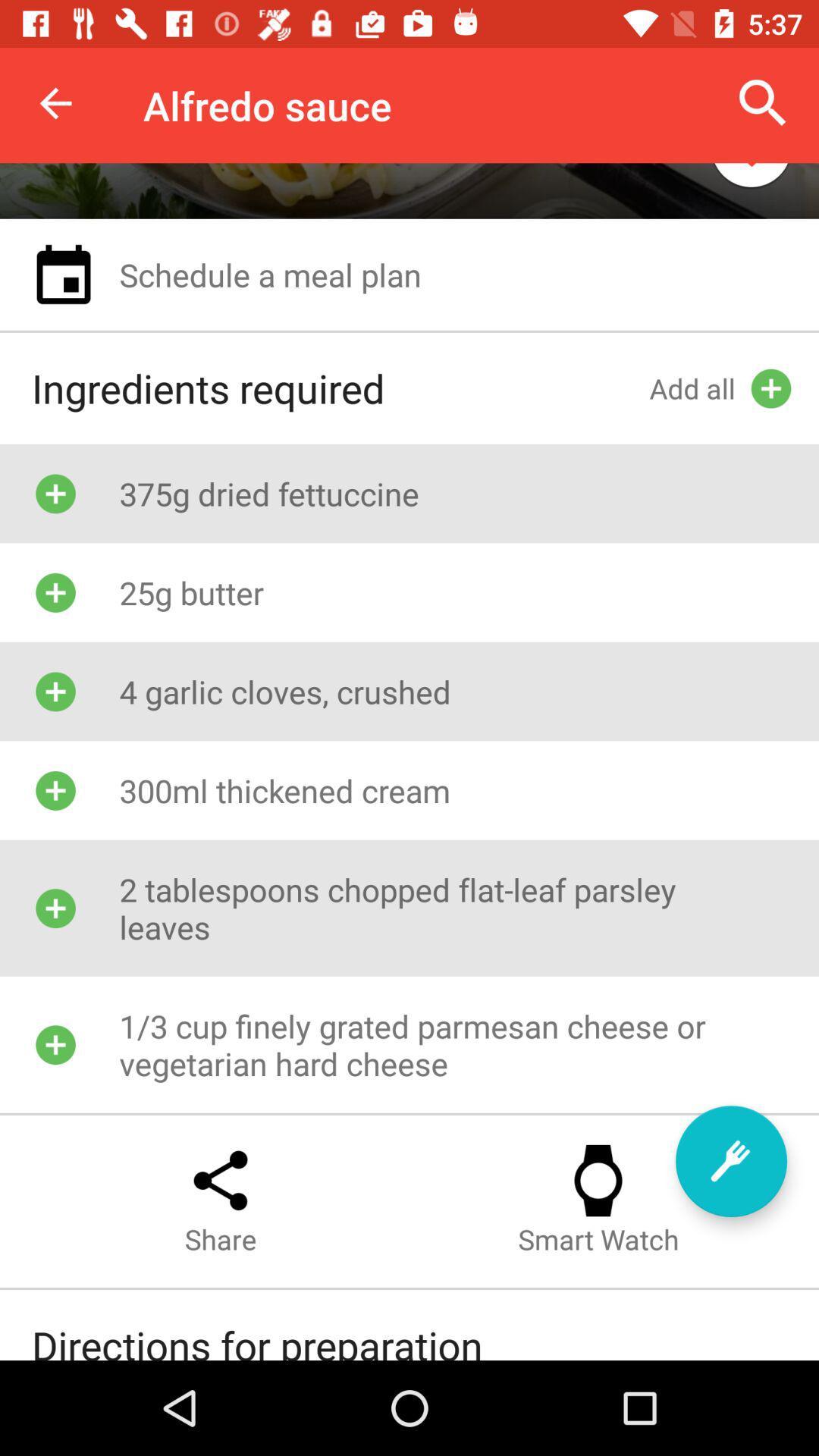 The width and height of the screenshot is (819, 1456). What do you see at coordinates (730, 1160) in the screenshot?
I see `icon below 2 tablespoons chopped item` at bounding box center [730, 1160].